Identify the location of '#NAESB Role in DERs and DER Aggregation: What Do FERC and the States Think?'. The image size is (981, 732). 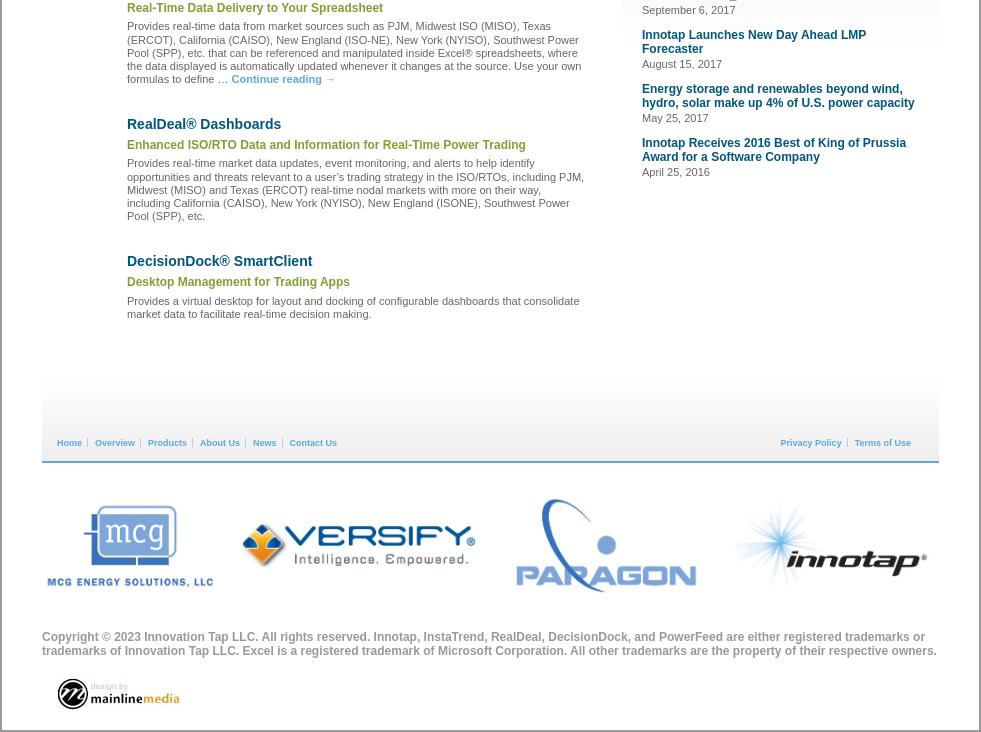
(635, 361).